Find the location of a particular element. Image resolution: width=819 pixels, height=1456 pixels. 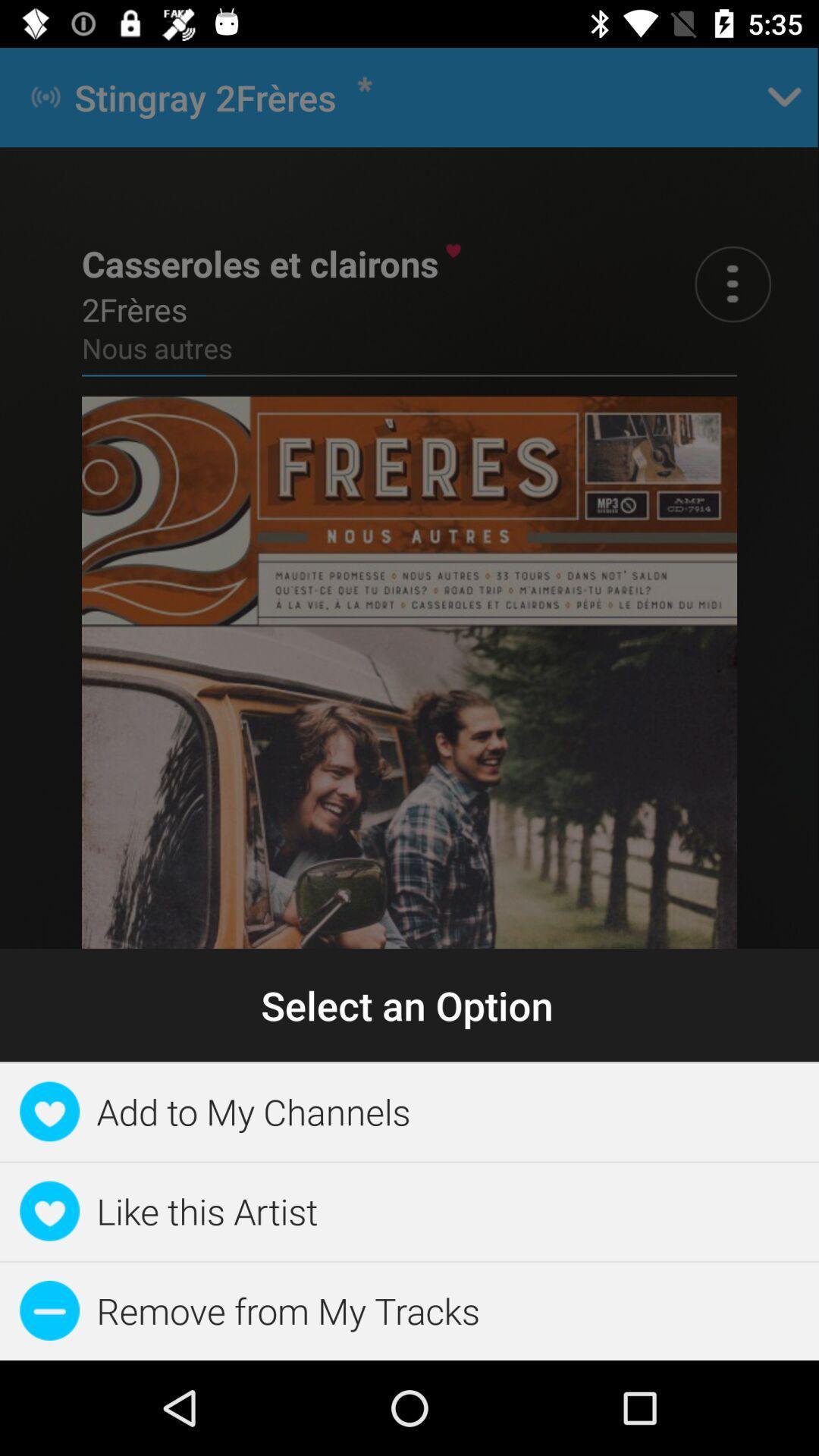

the minus icon is located at coordinates (572, 1156).